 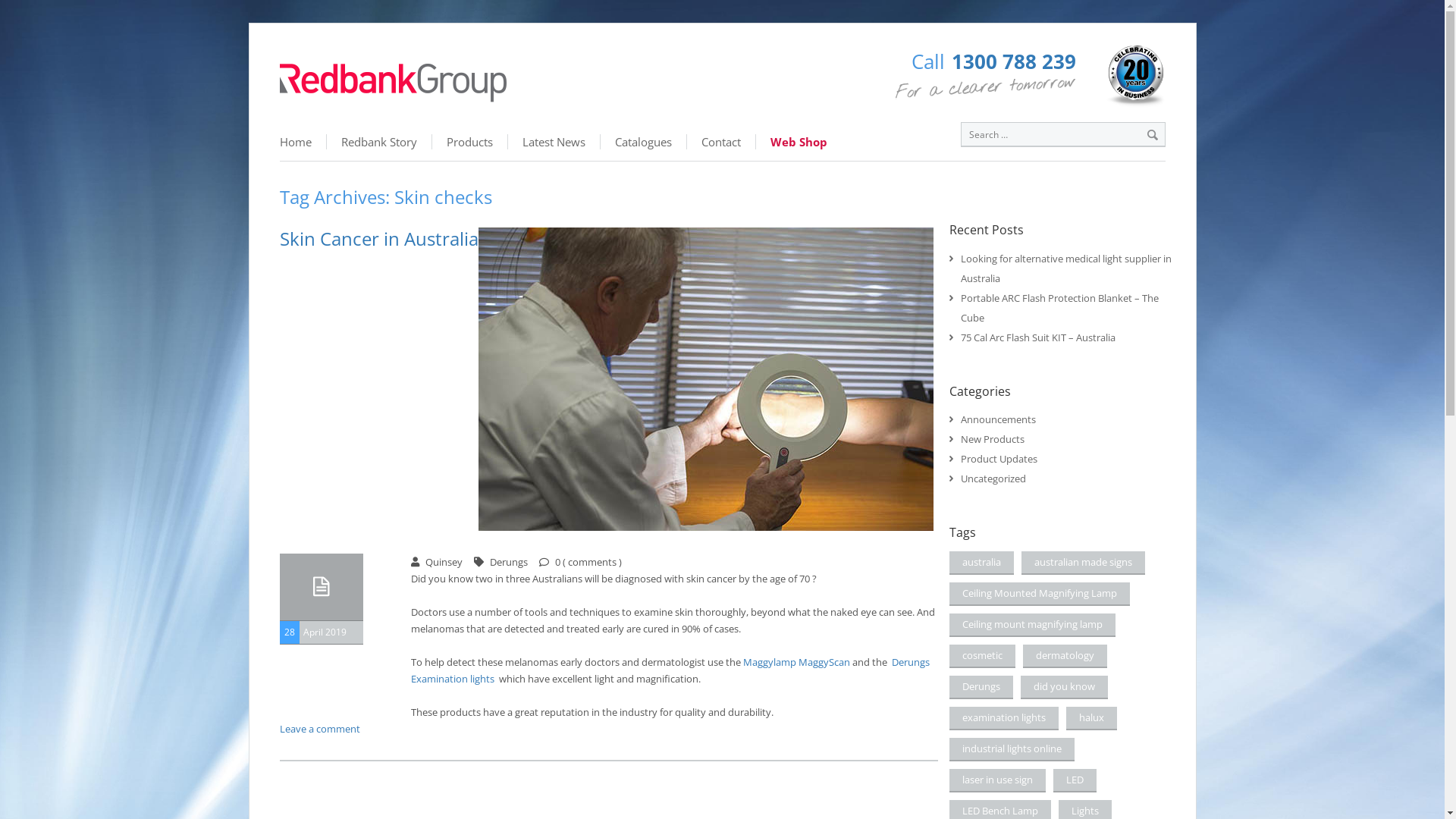 I want to click on 'australia', so click(x=981, y=563).